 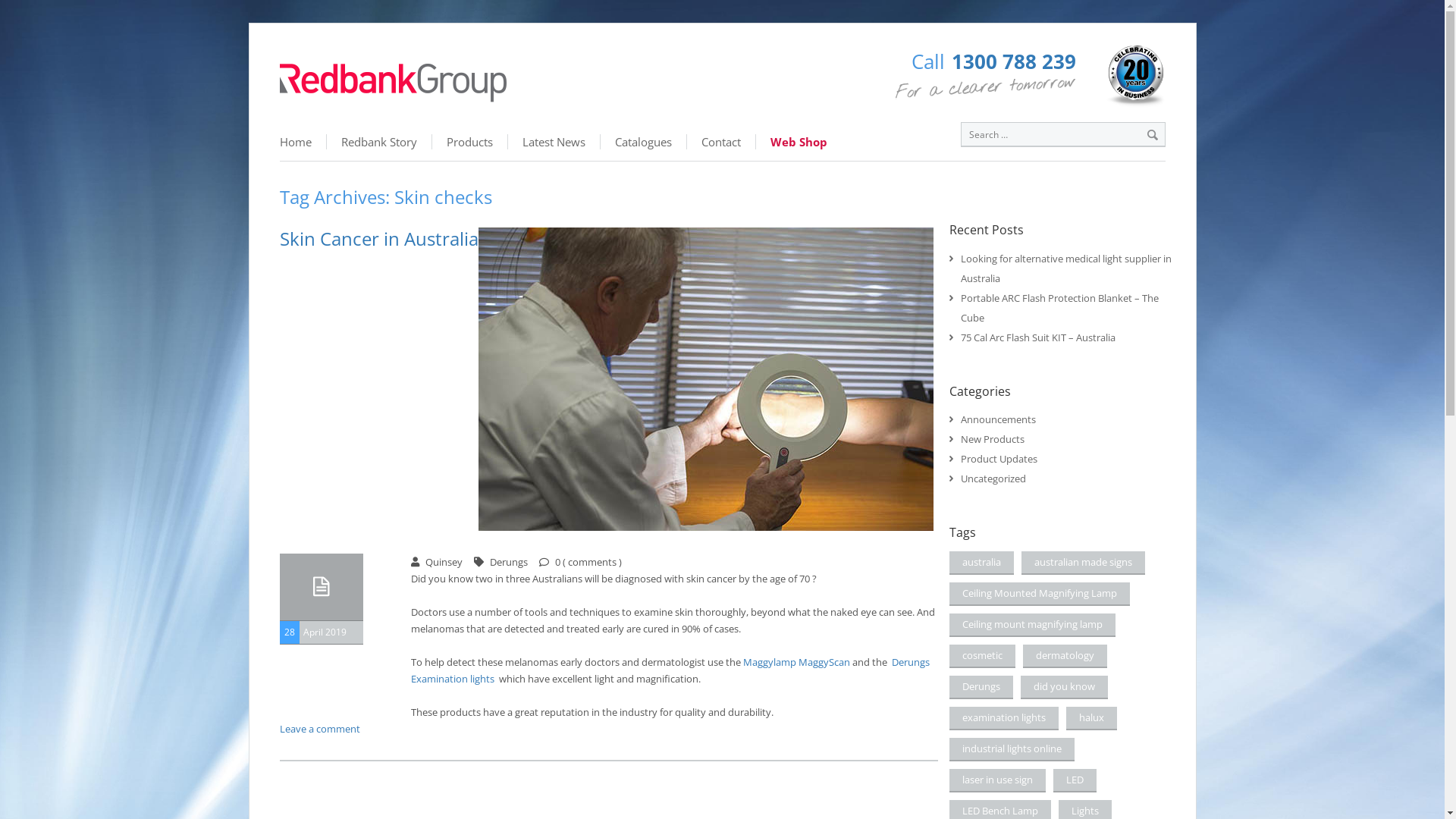 I want to click on 'australia', so click(x=981, y=563).